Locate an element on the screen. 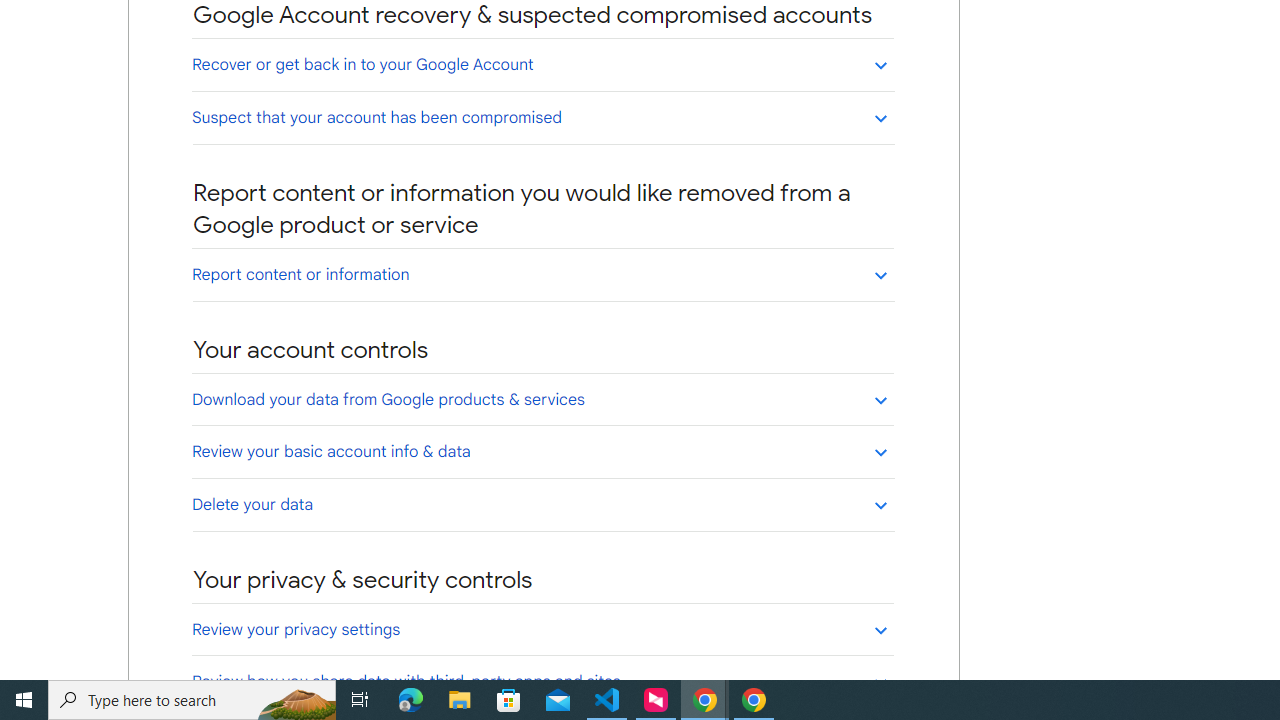 The image size is (1280, 720). 'Suspect that your account has been compromised' is located at coordinates (542, 117).